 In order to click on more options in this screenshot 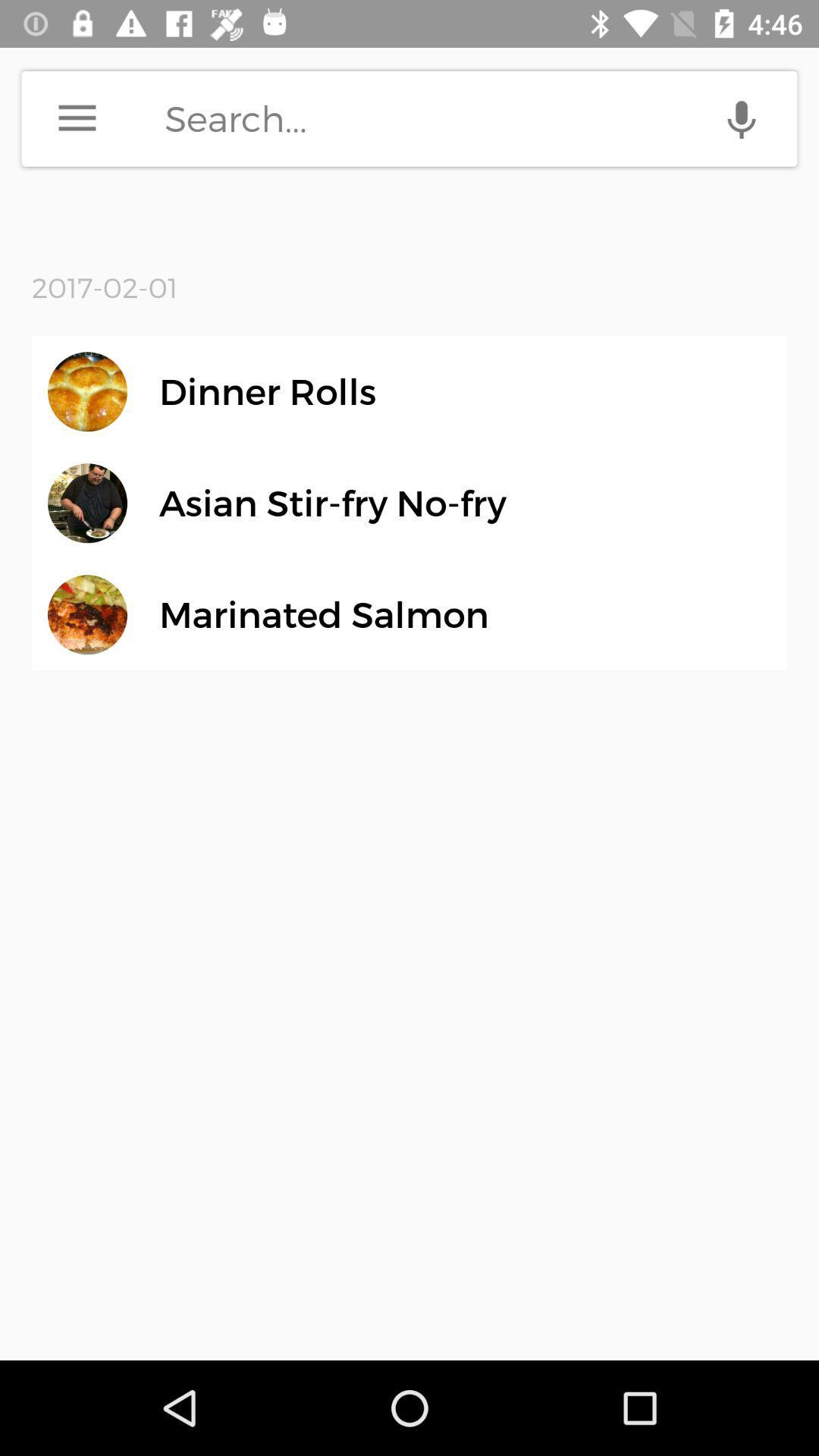, I will do `click(77, 118)`.